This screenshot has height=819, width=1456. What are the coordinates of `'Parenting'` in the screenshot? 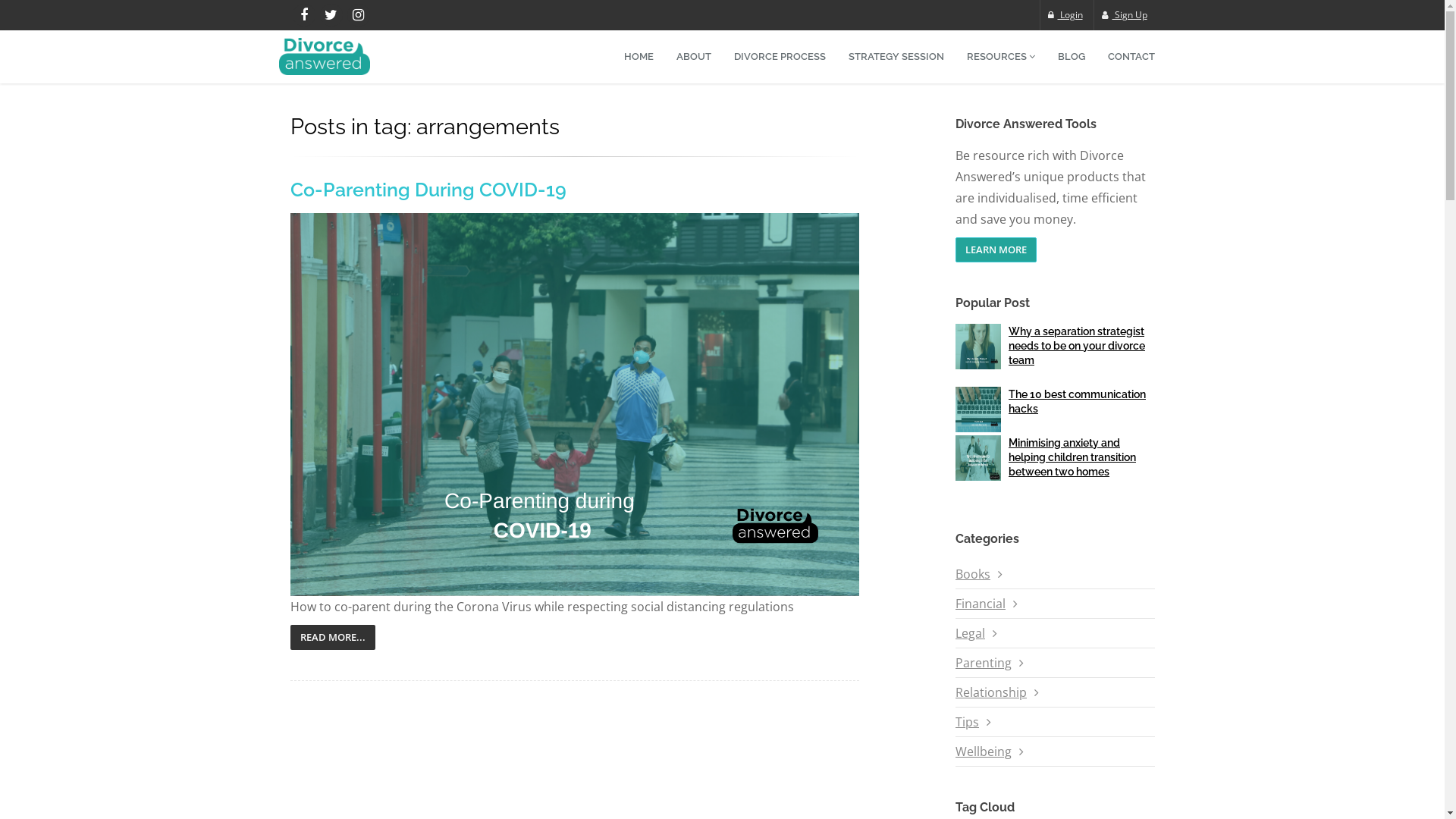 It's located at (983, 662).